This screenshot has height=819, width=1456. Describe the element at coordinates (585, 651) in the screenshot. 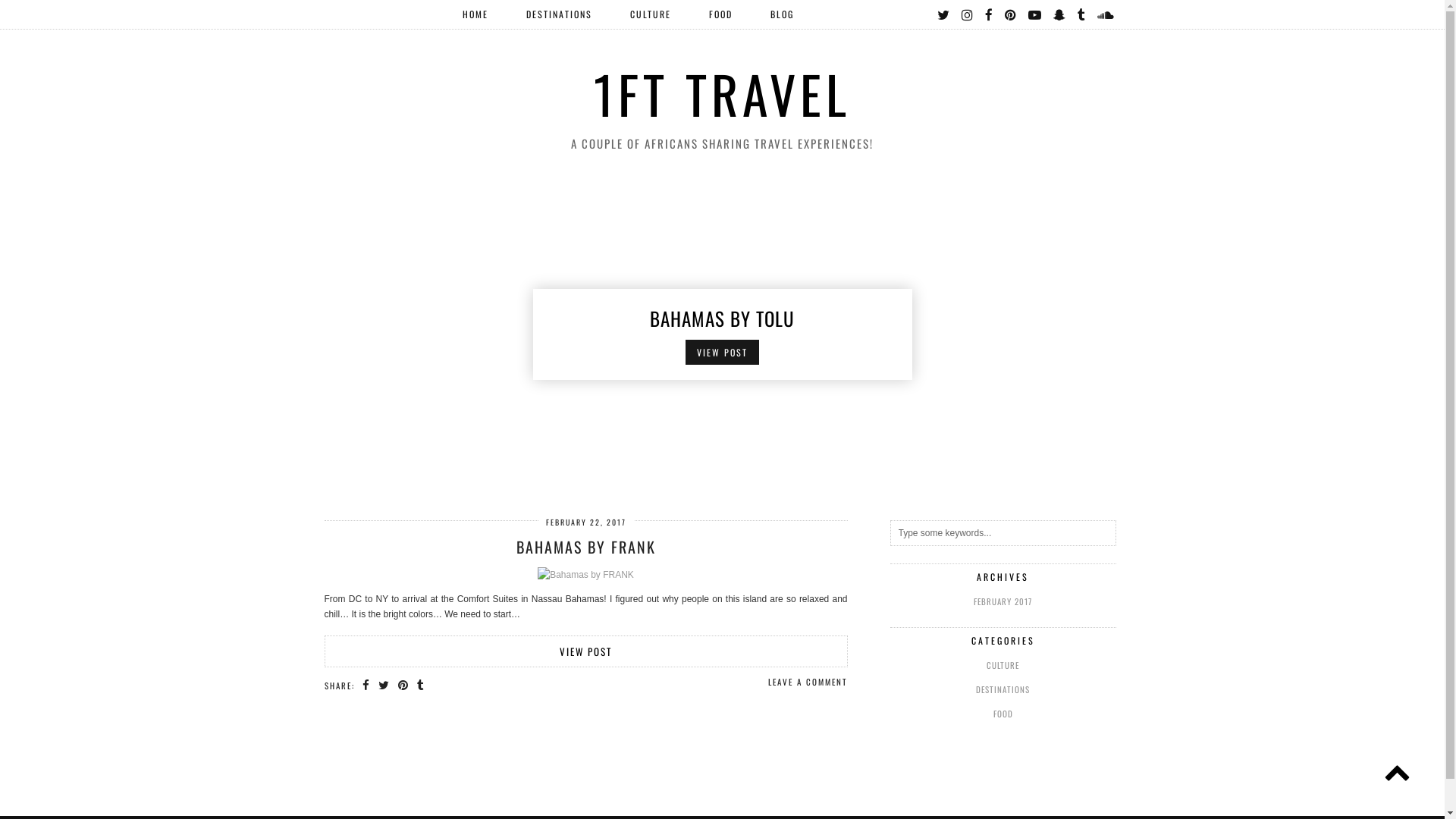

I see `'VIEW POST'` at that location.